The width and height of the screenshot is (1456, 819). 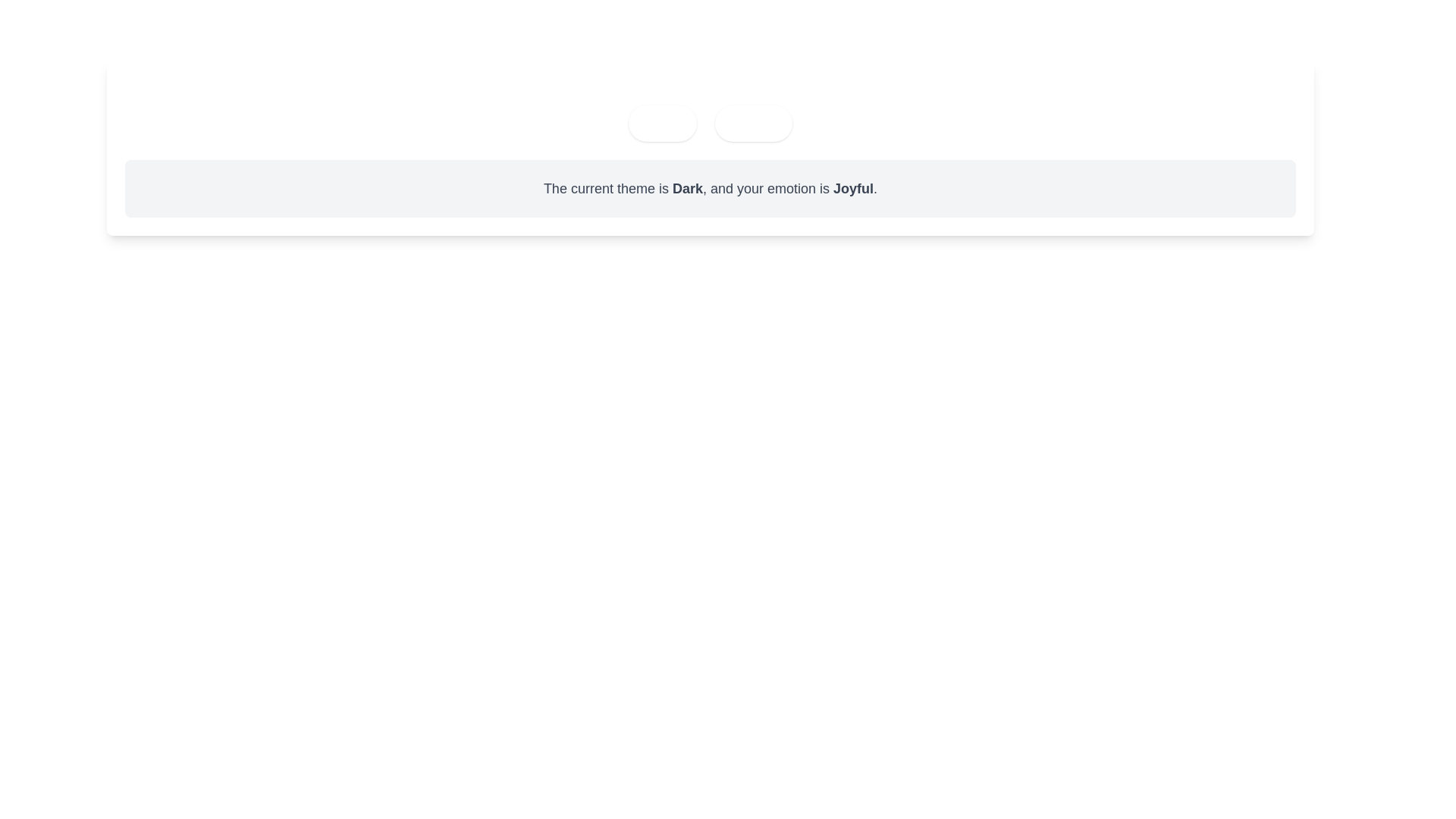 I want to click on the design of the smiley icon which is part of a green circular button labeled 'Happy', so click(x=733, y=122).